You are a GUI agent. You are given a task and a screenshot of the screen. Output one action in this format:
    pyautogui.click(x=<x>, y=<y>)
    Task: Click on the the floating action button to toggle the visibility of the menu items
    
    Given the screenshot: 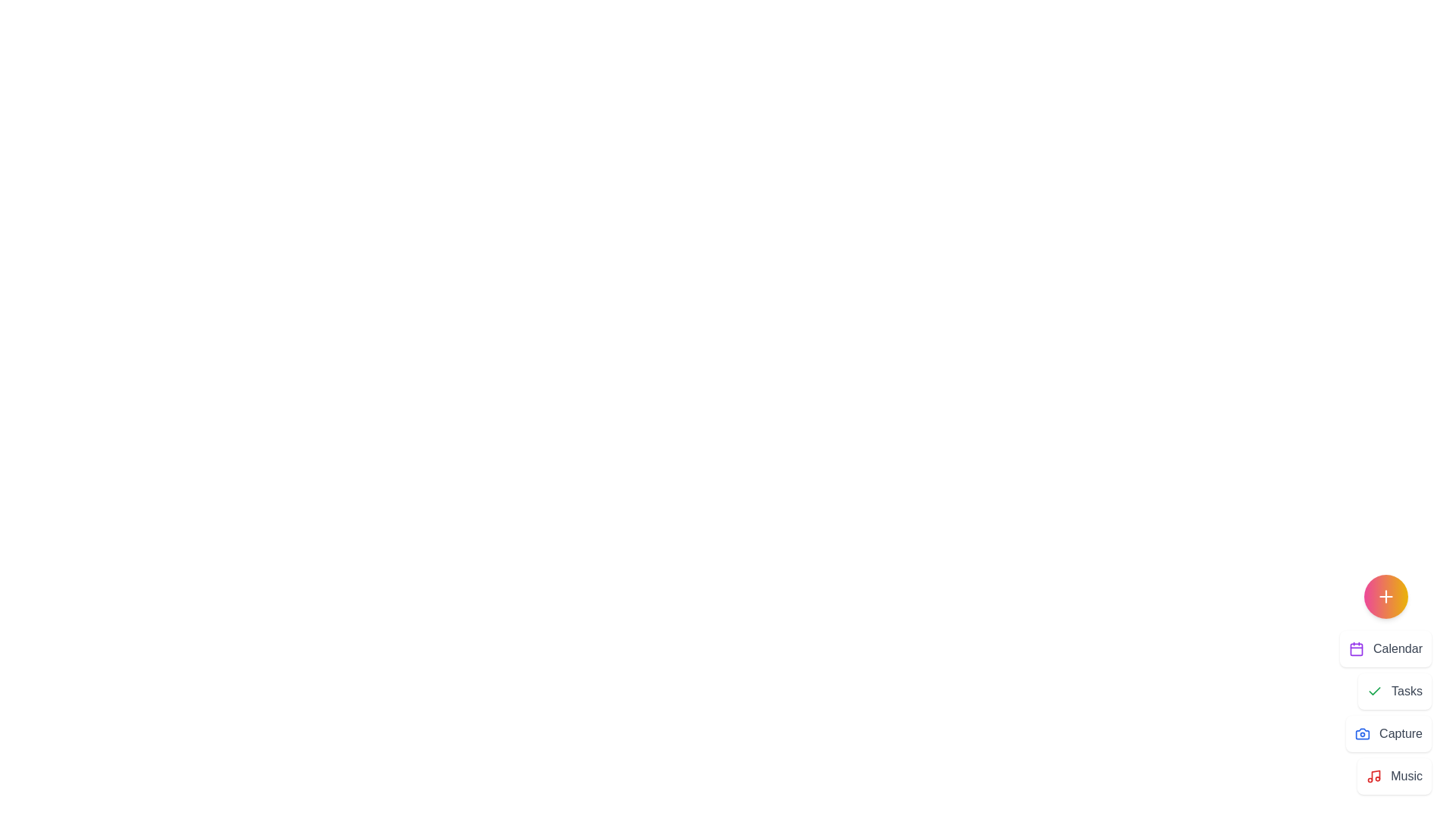 What is the action you would take?
    pyautogui.click(x=1385, y=595)
    